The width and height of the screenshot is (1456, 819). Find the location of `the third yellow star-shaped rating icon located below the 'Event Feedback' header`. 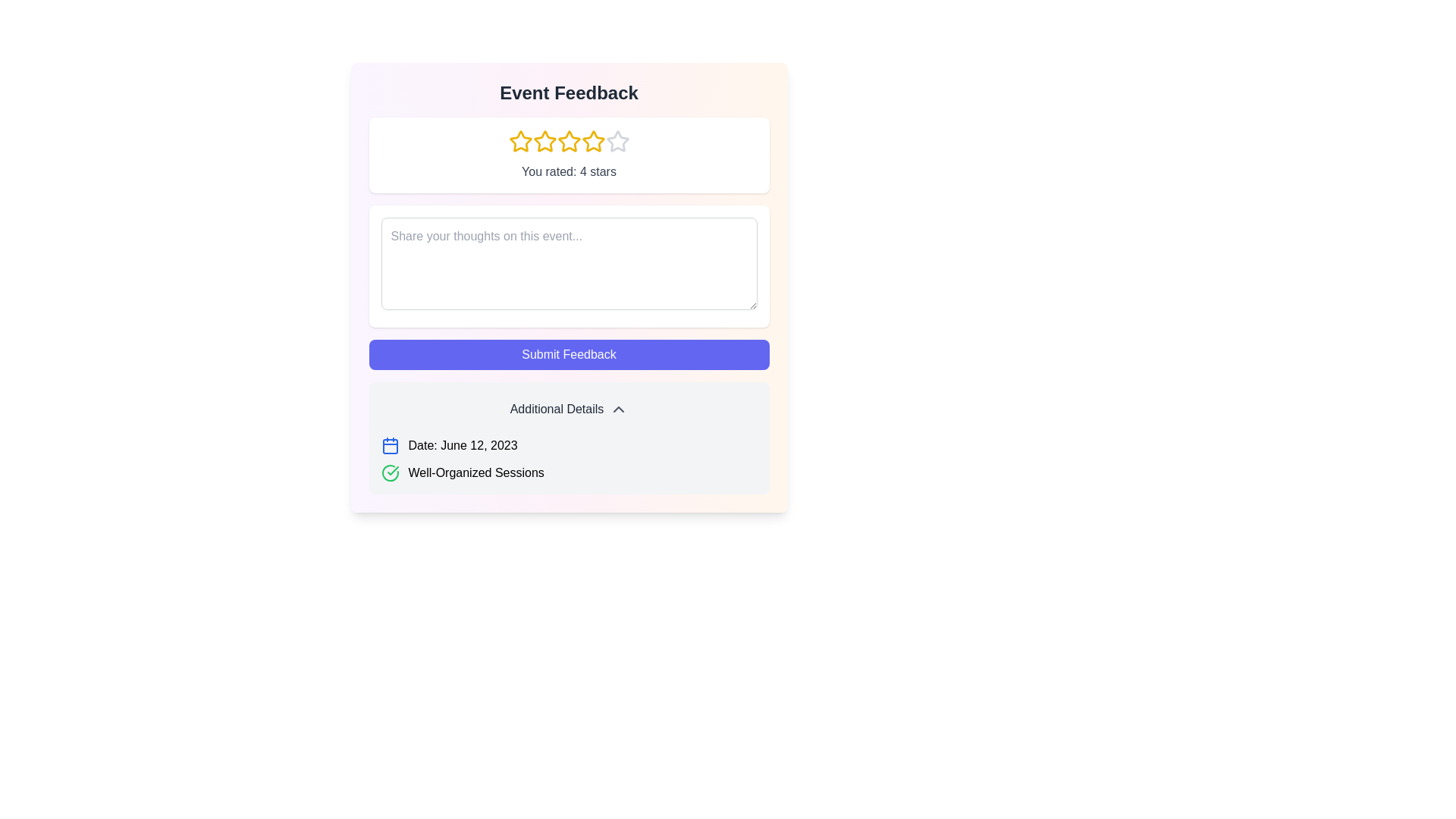

the third yellow star-shaped rating icon located below the 'Event Feedback' header is located at coordinates (544, 141).